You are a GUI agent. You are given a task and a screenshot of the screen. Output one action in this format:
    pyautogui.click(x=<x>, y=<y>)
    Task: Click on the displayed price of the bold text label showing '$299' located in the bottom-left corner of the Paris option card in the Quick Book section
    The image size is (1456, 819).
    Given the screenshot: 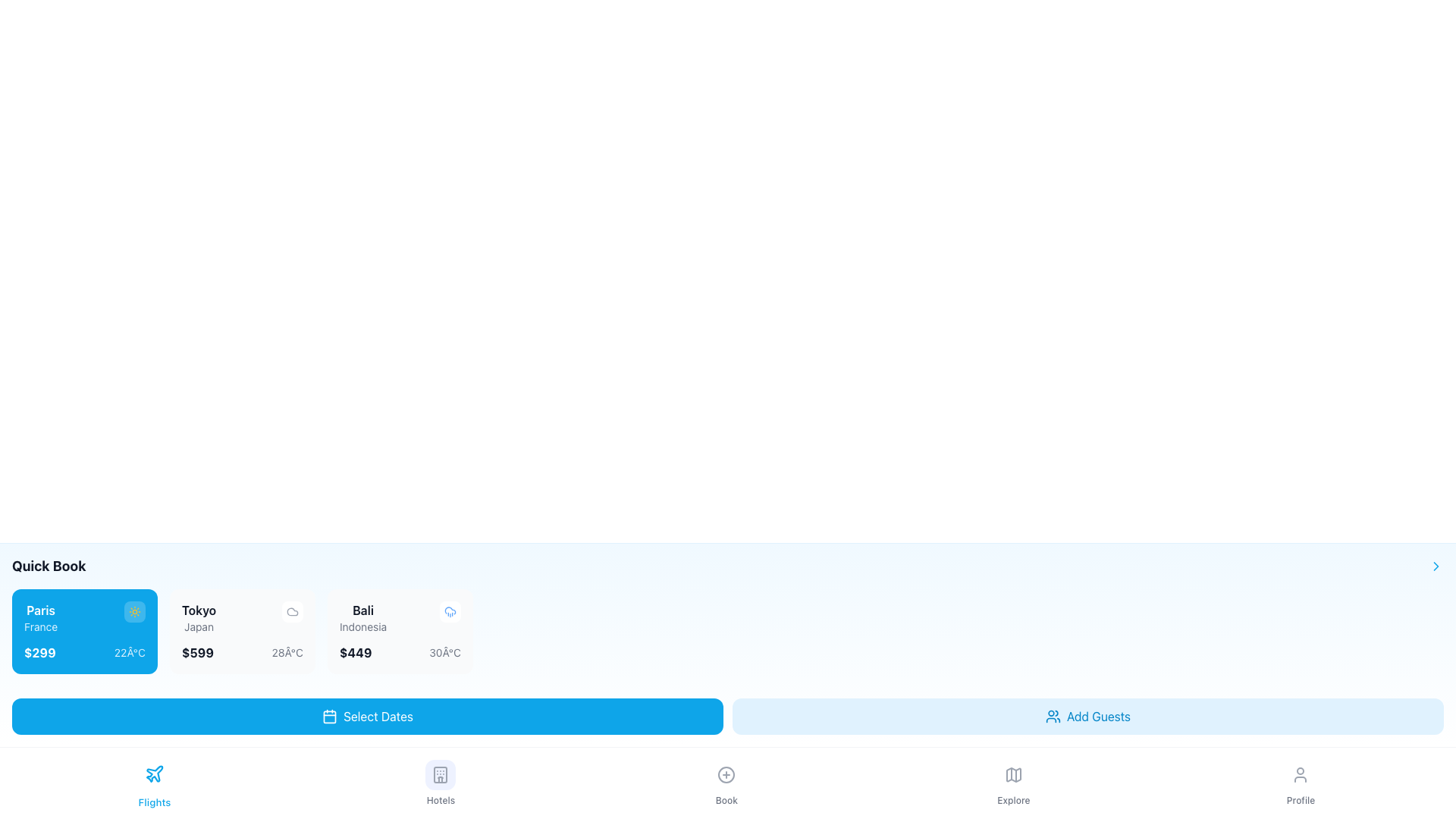 What is the action you would take?
    pyautogui.click(x=39, y=651)
    